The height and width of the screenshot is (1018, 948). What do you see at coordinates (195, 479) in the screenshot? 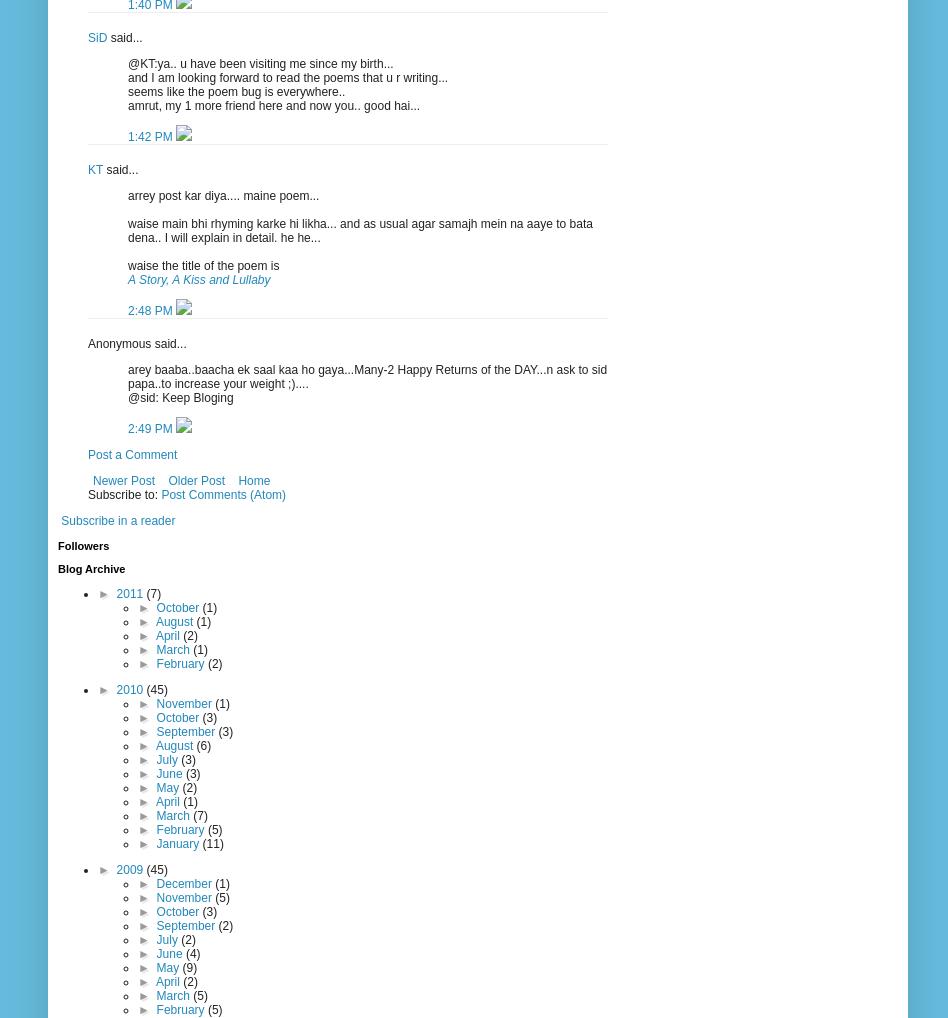
I see `'Older Post'` at bounding box center [195, 479].